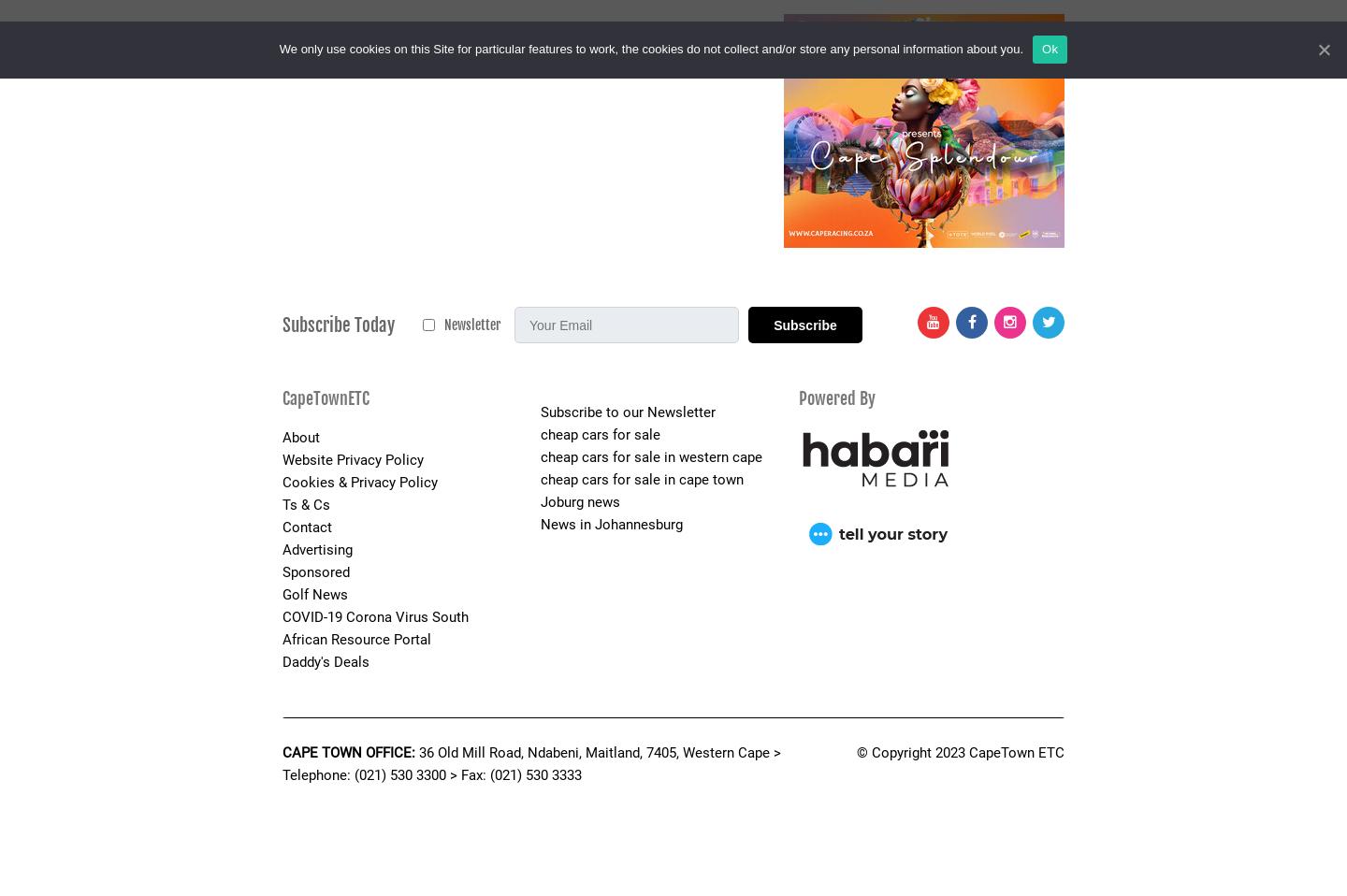 The image size is (1347, 896). Describe the element at coordinates (349, 750) in the screenshot. I see `'CAPE TOWN OFFICE:'` at that location.